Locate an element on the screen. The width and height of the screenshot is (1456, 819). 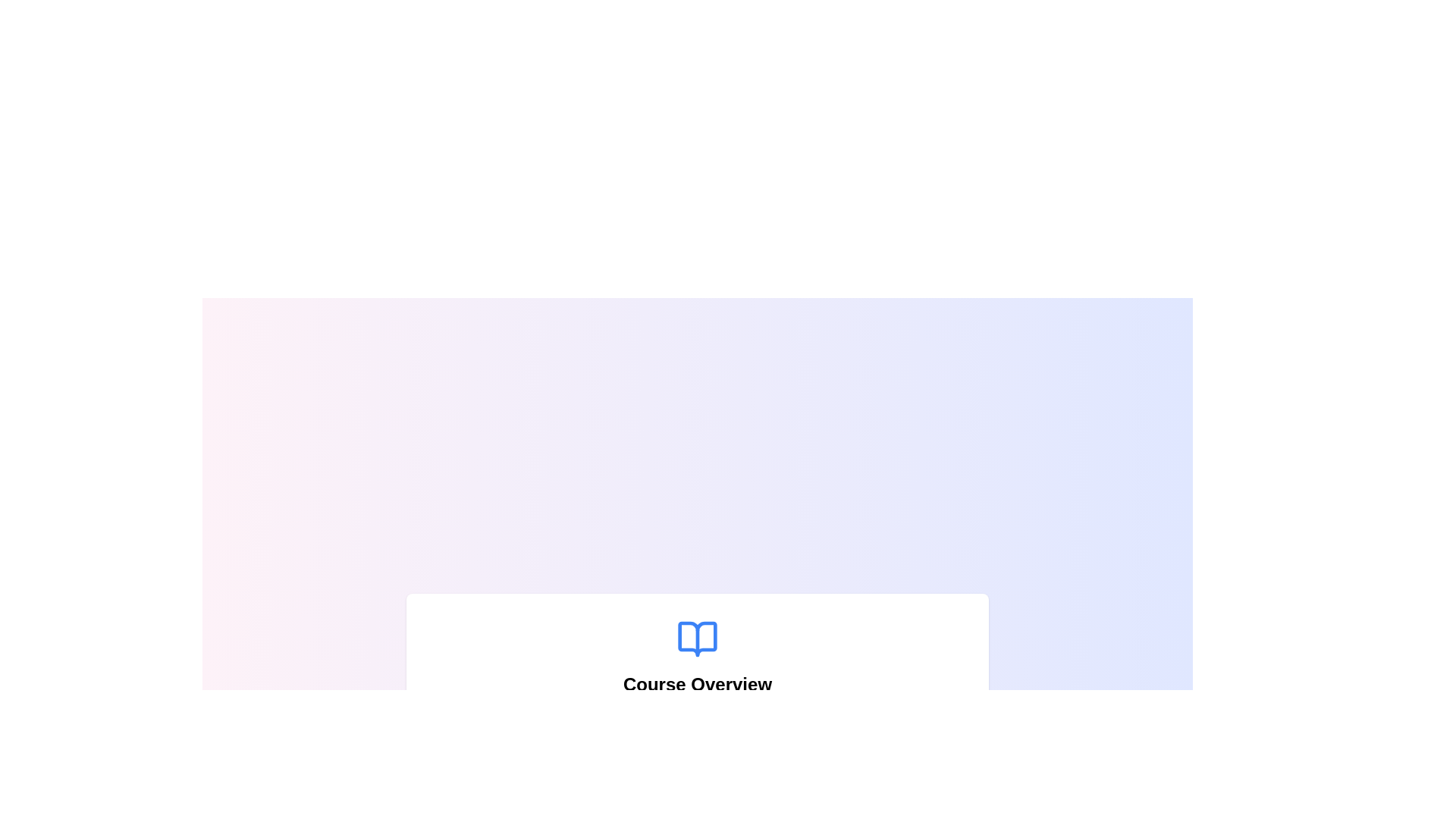
the first navigation indicator dot located centrally below the 'Course Overview' area is located at coordinates (682, 792).